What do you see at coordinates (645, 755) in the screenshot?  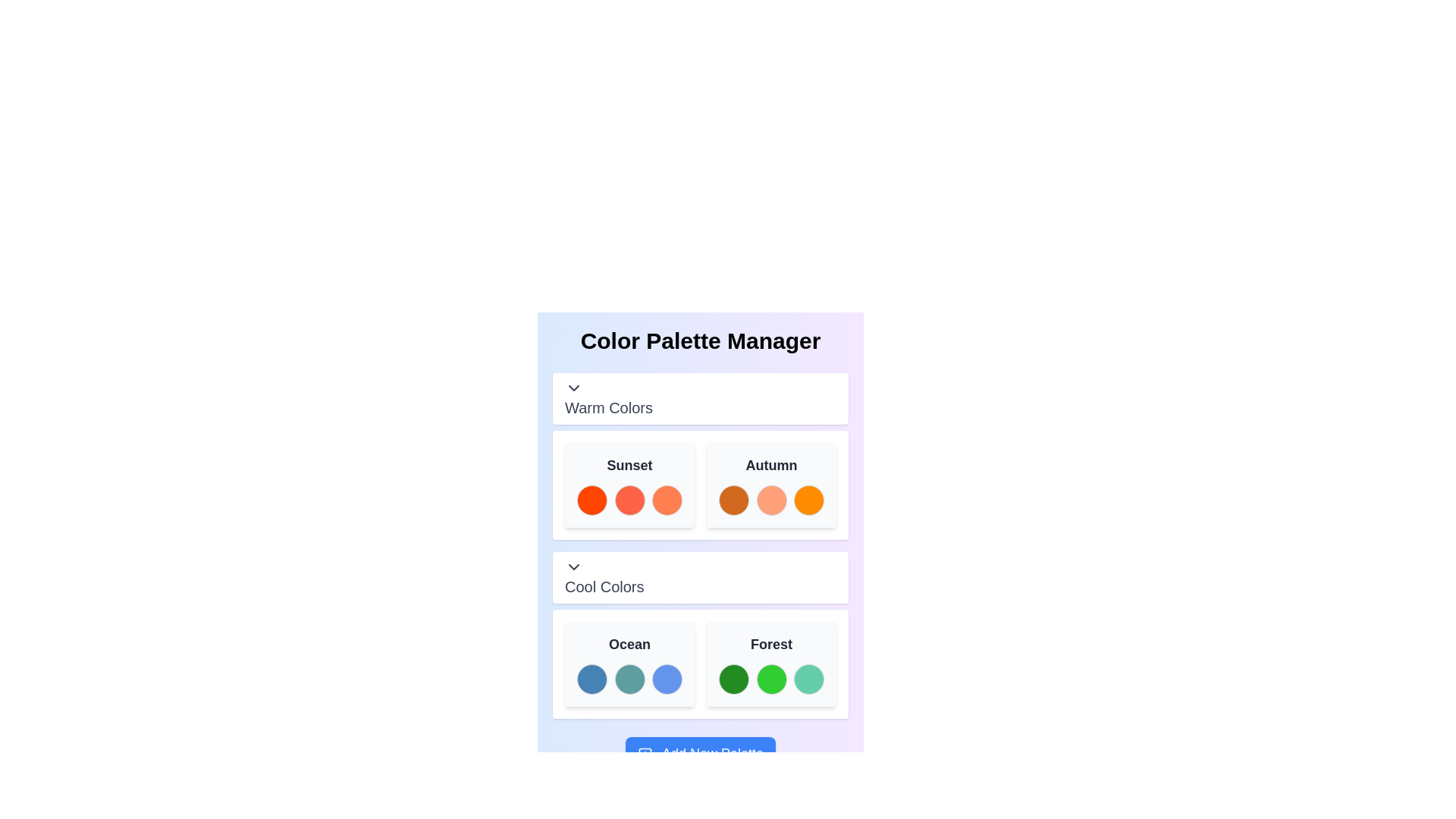 I see `the interactive graphic icon located below the 'Add New Palette' button` at bounding box center [645, 755].